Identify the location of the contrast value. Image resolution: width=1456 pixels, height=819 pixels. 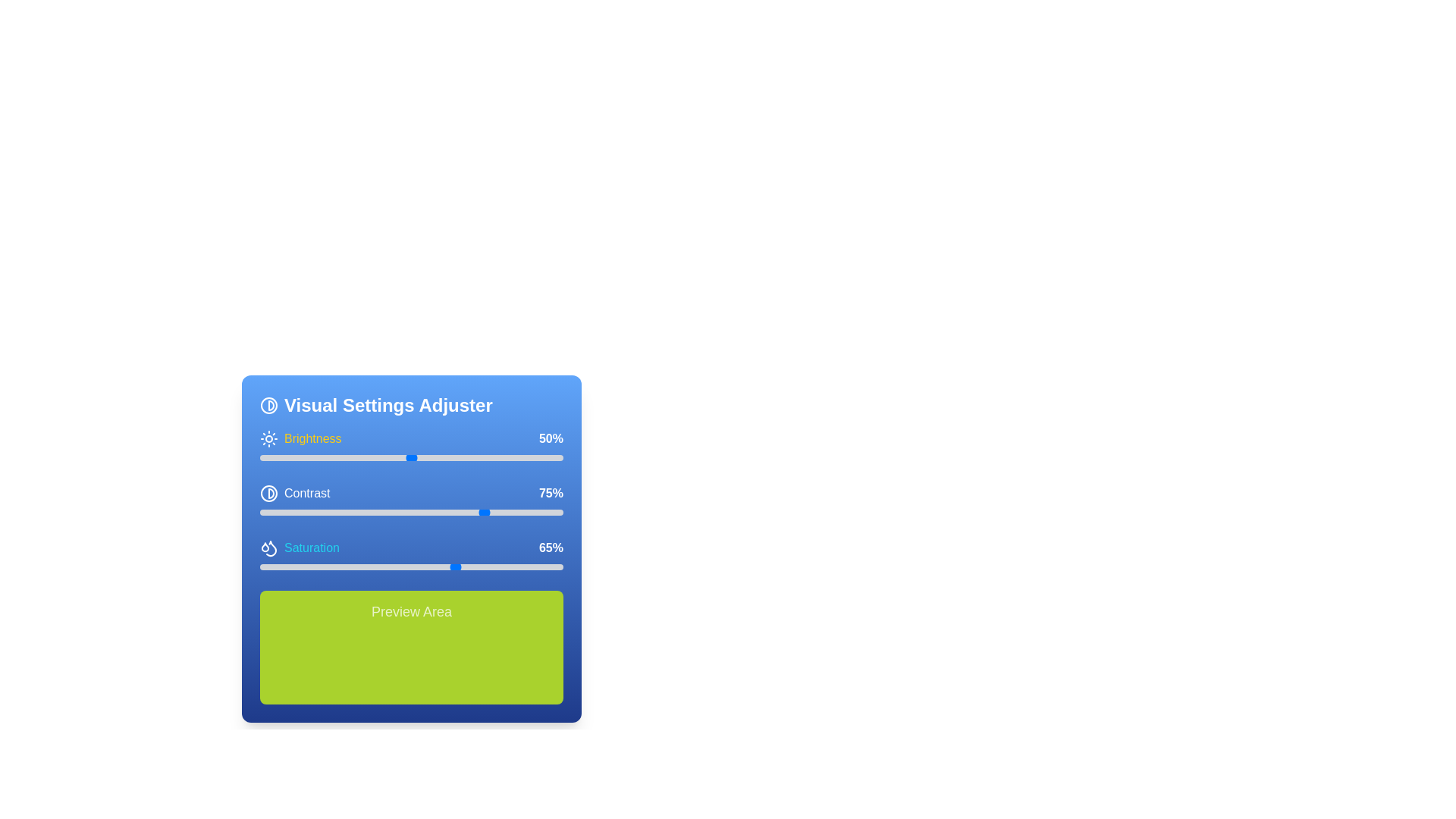
(496, 512).